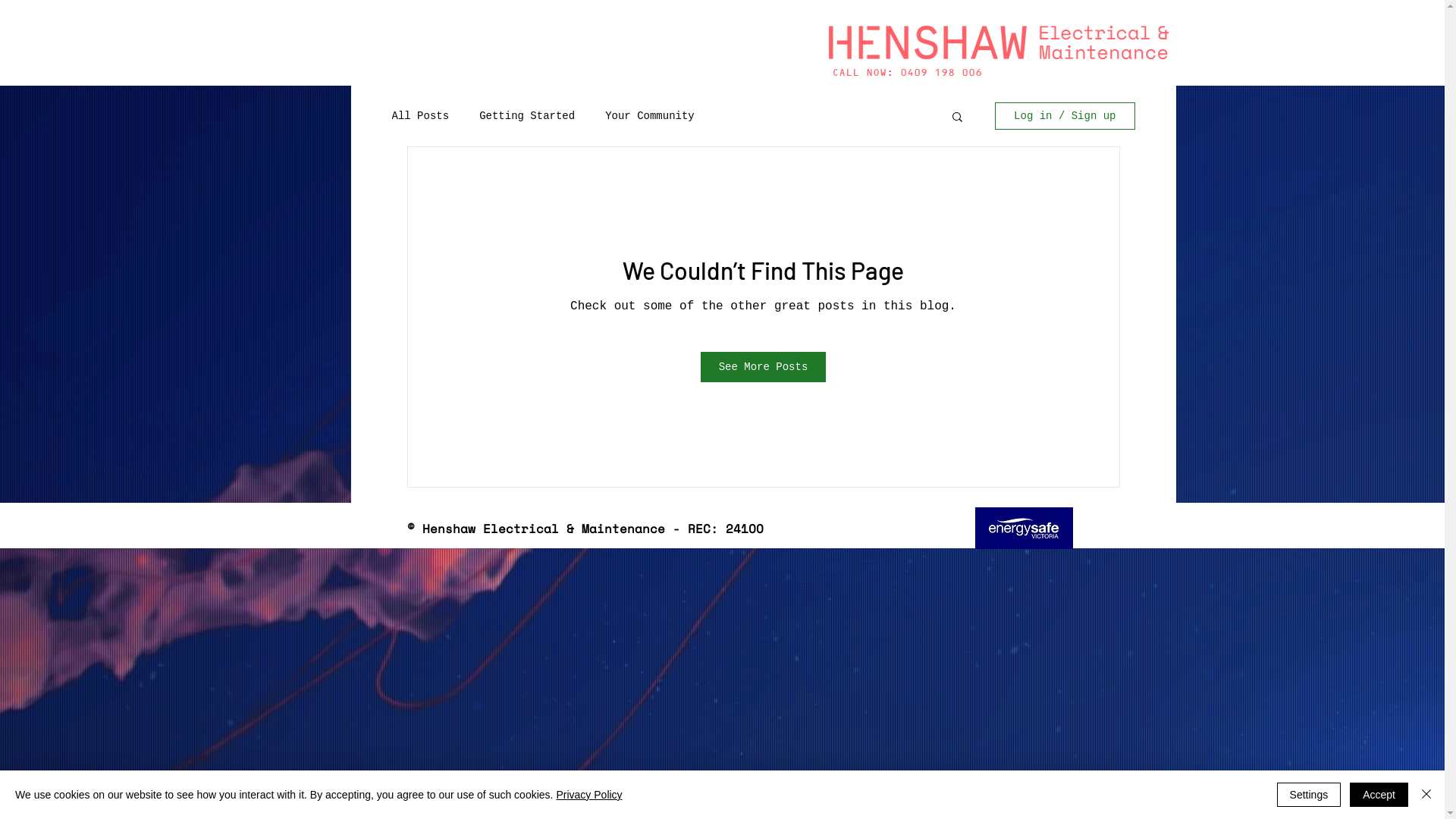  What do you see at coordinates (650, 115) in the screenshot?
I see `'Your Community'` at bounding box center [650, 115].